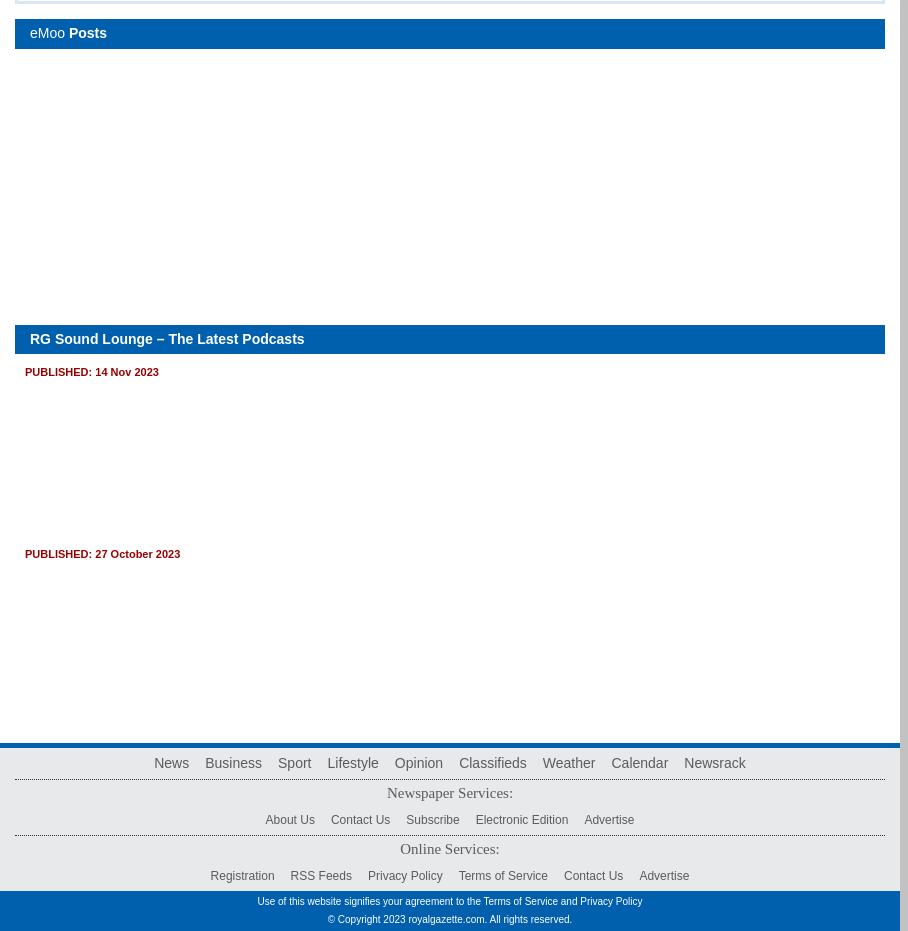 The width and height of the screenshot is (908, 931). I want to click on 'Online Services:', so click(449, 847).